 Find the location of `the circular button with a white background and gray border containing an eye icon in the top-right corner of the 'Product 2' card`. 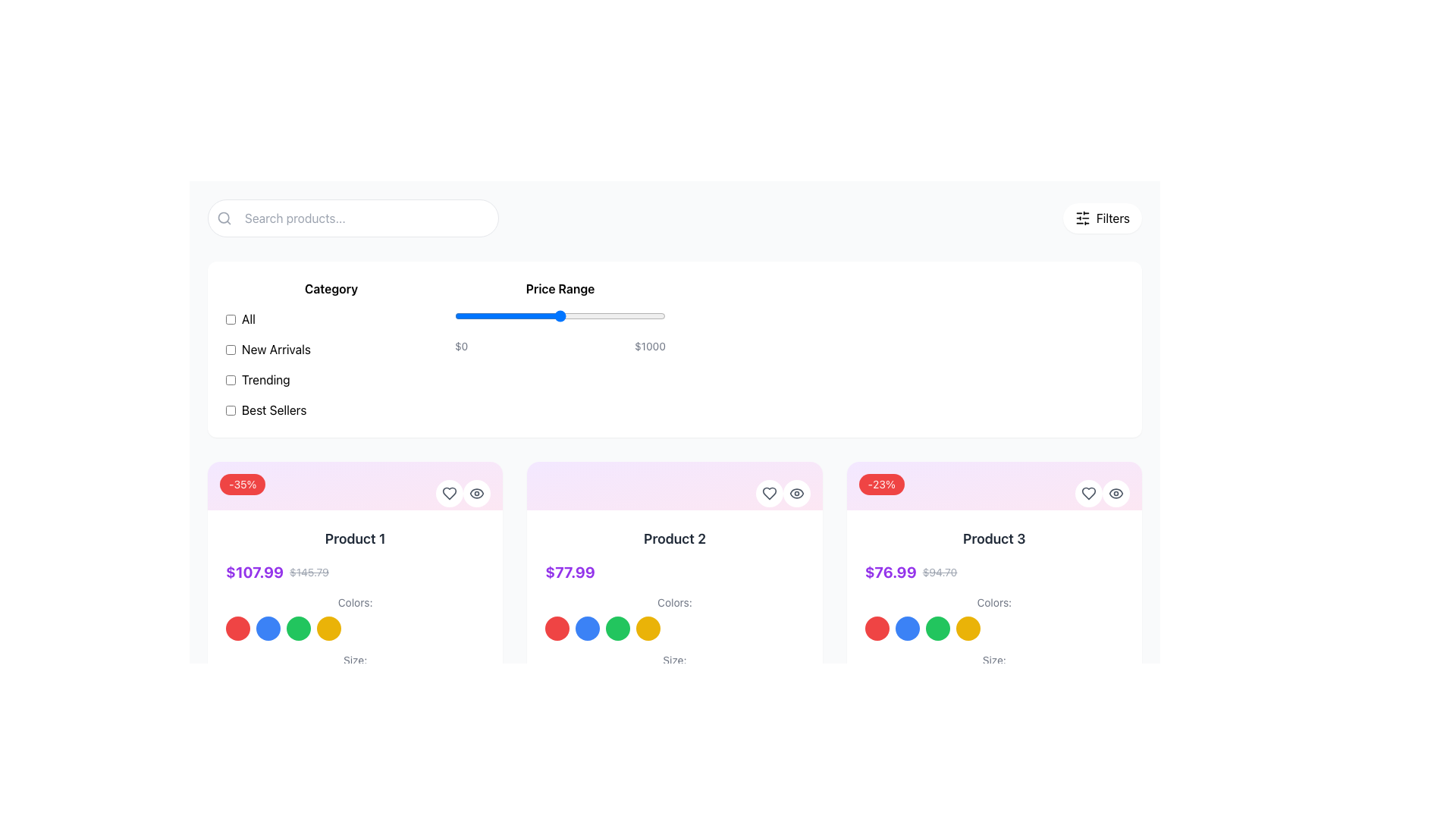

the circular button with a white background and gray border containing an eye icon in the top-right corner of the 'Product 2' card is located at coordinates (795, 494).